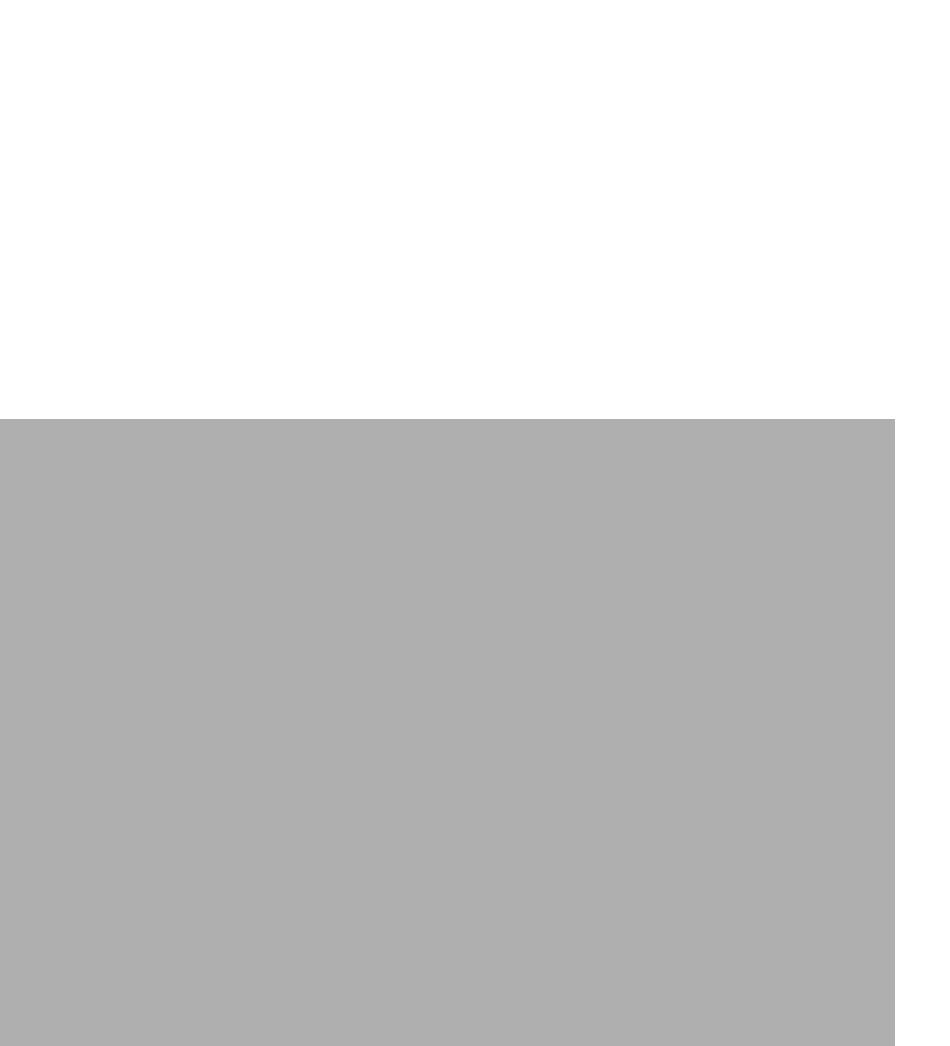  I want to click on 'Plugin+', so click(165, 794).